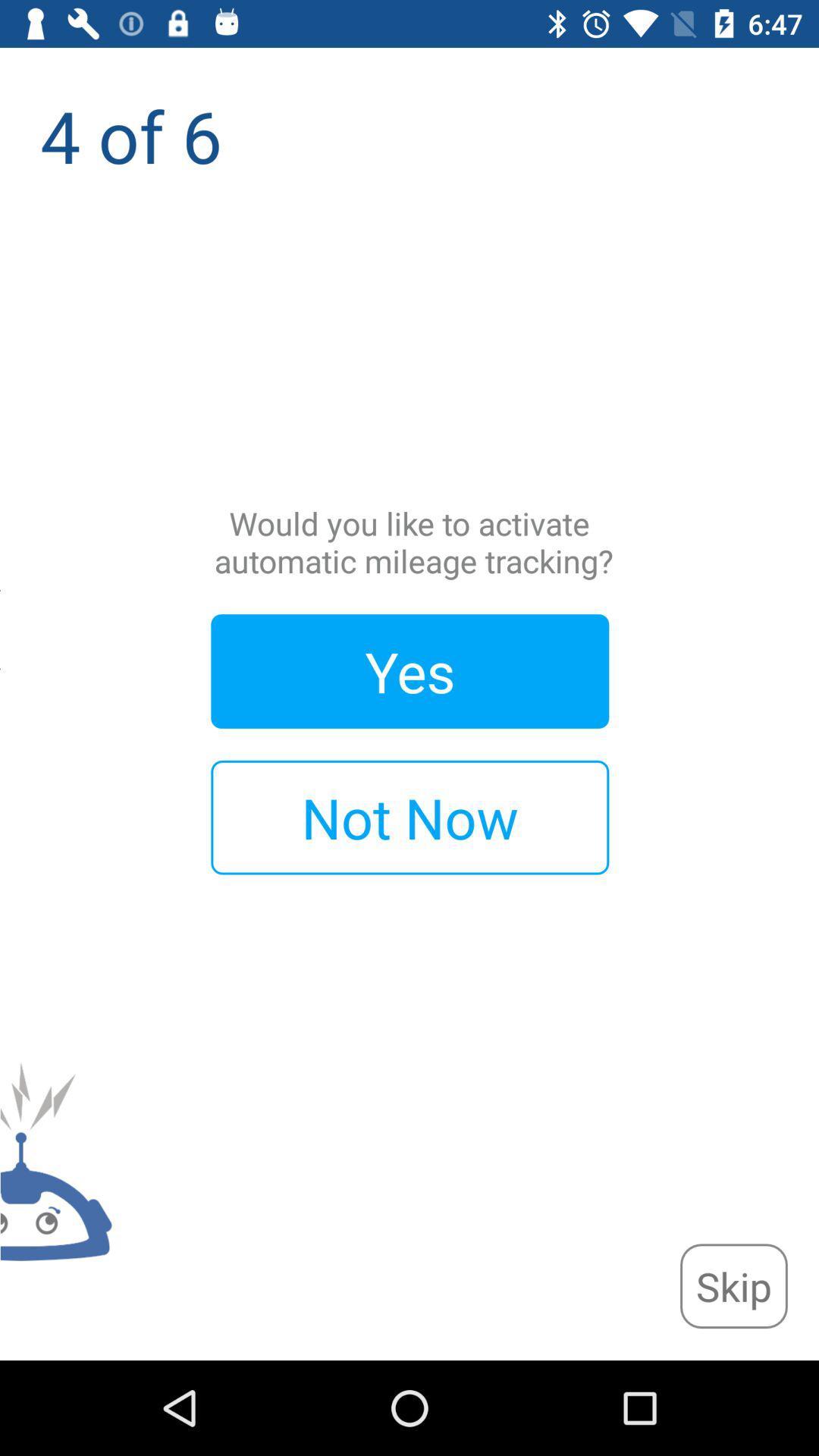  Describe the element at coordinates (733, 1285) in the screenshot. I see `icon at the bottom right corner` at that location.